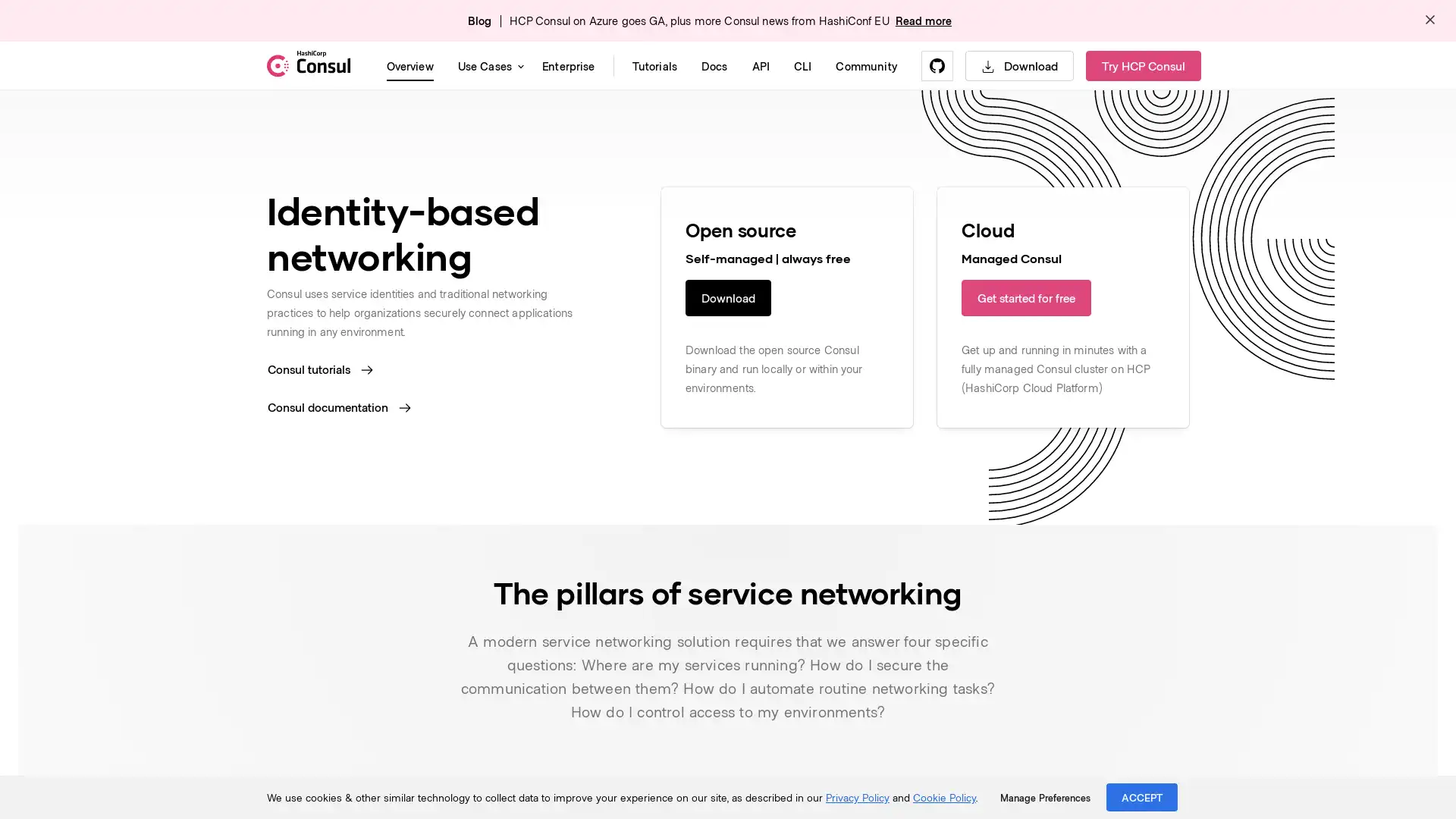 Image resolution: width=1456 pixels, height=819 pixels. I want to click on Manage Preferences, so click(1044, 797).